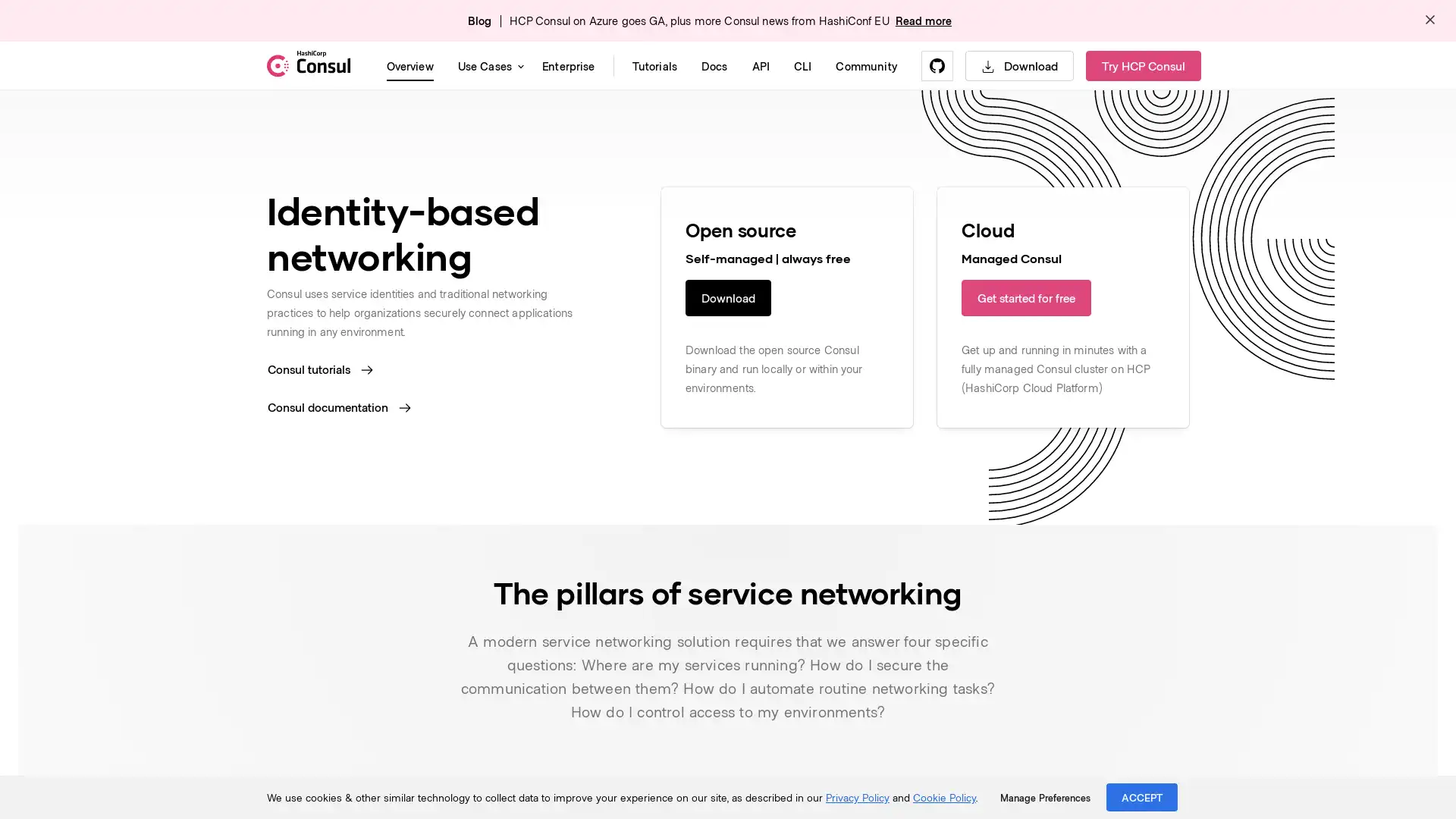 Image resolution: width=1456 pixels, height=819 pixels. I want to click on Manage Preferences, so click(1044, 797).